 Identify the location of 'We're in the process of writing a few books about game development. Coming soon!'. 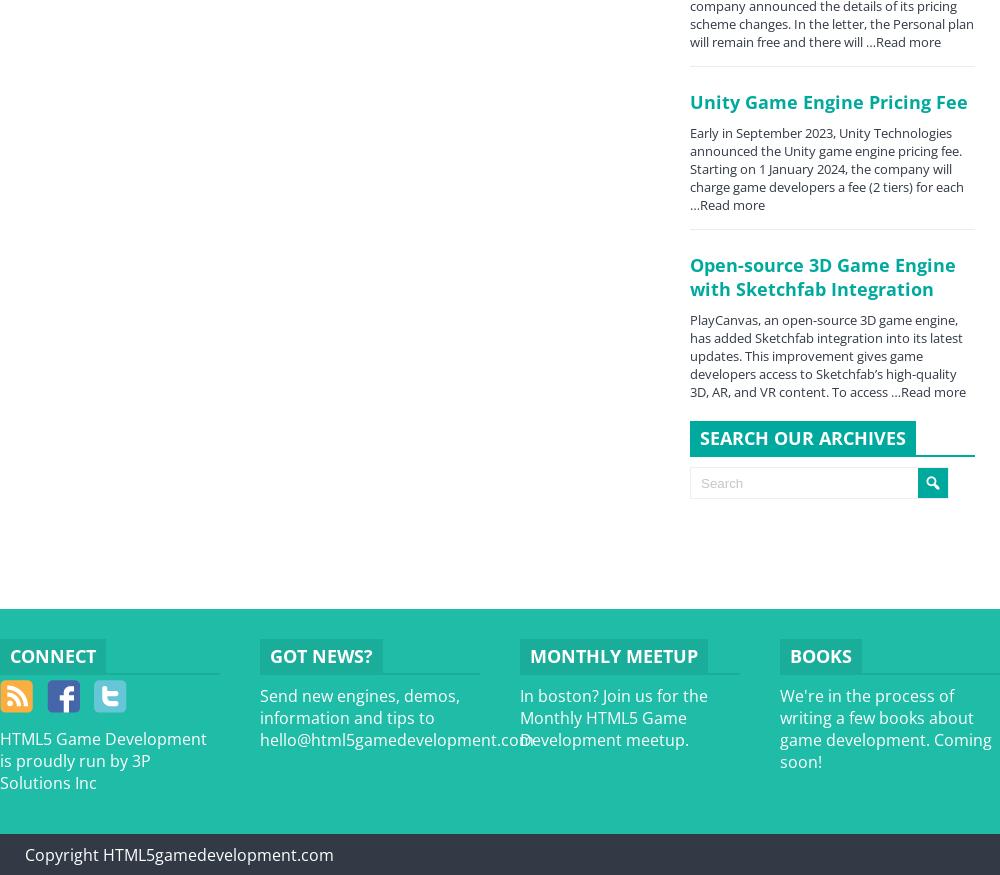
(886, 728).